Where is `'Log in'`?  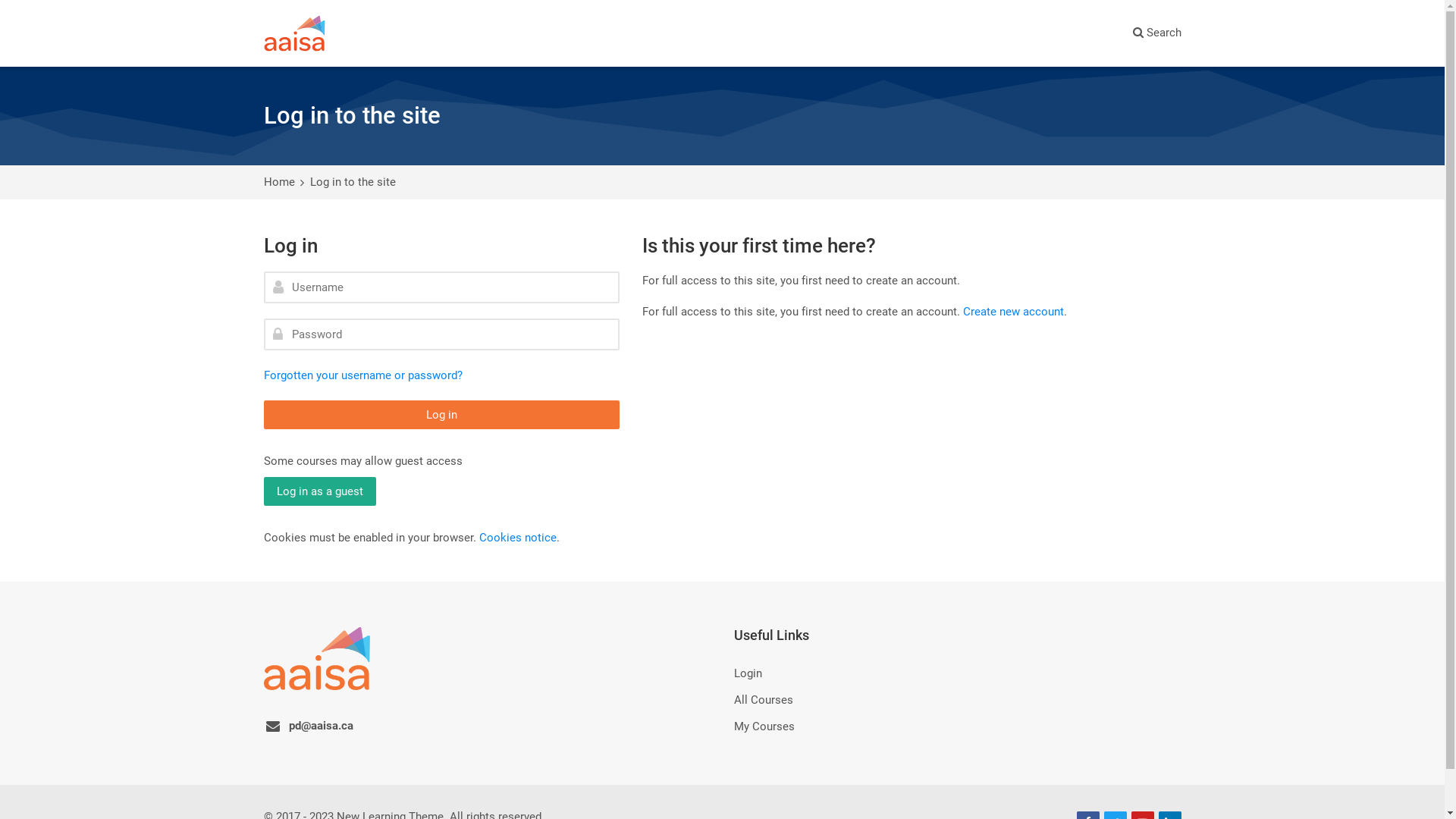
'Log in' is located at coordinates (441, 415).